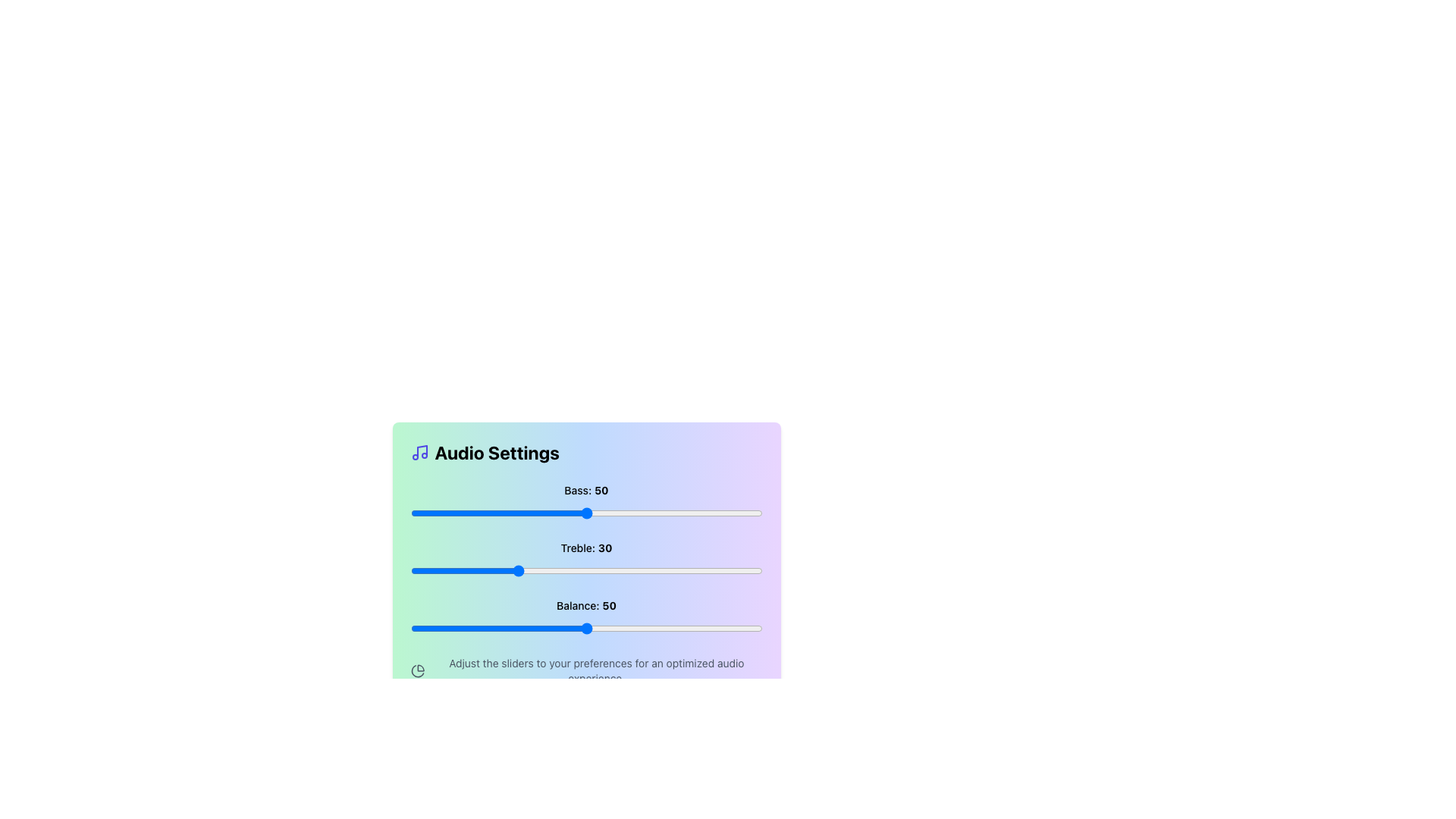 This screenshot has height=819, width=1456. Describe the element at coordinates (483, 570) in the screenshot. I see `the treble level` at that location.